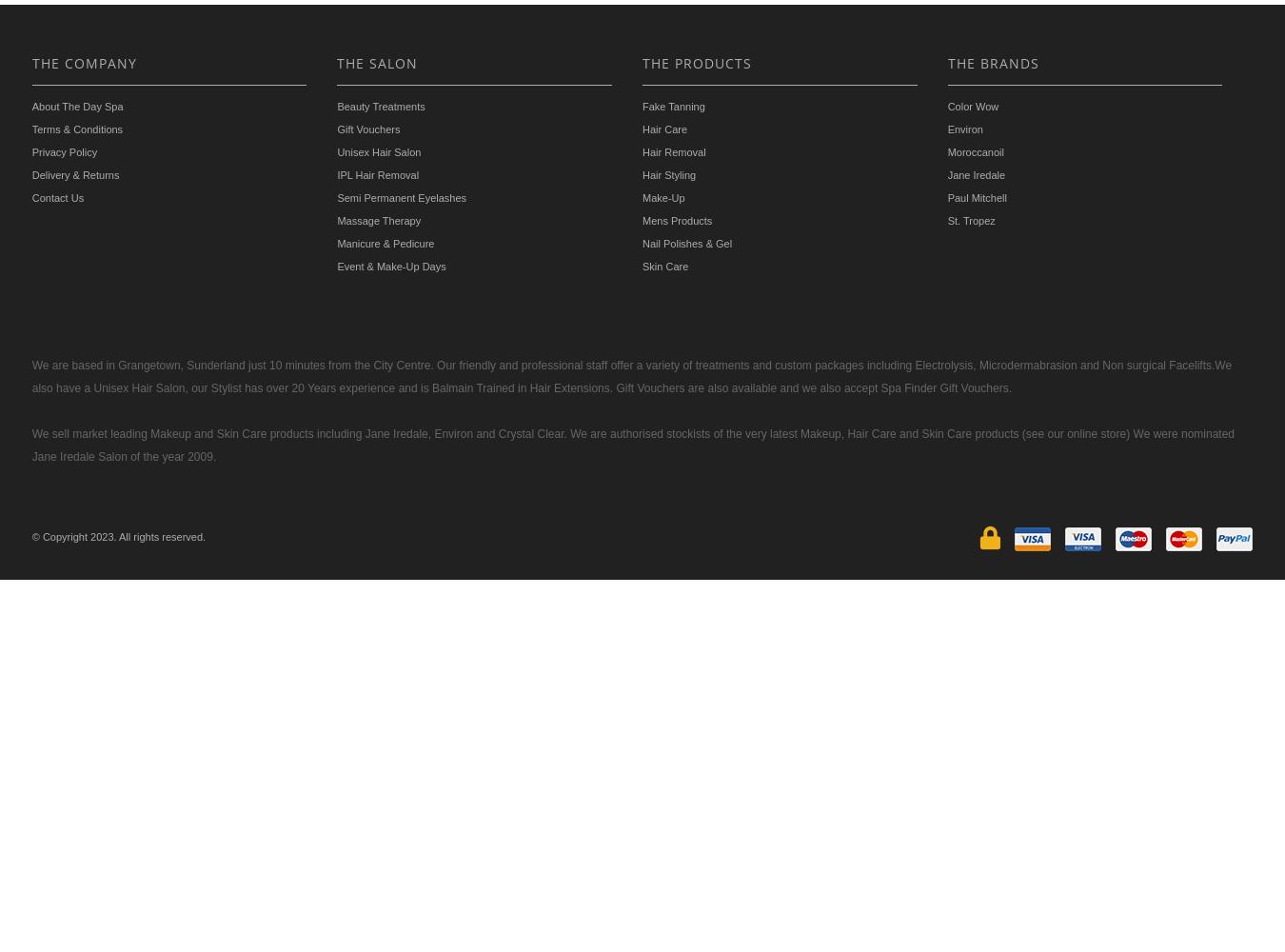 The image size is (1285, 952). What do you see at coordinates (83, 61) in the screenshot?
I see `'THE COMPANY'` at bounding box center [83, 61].